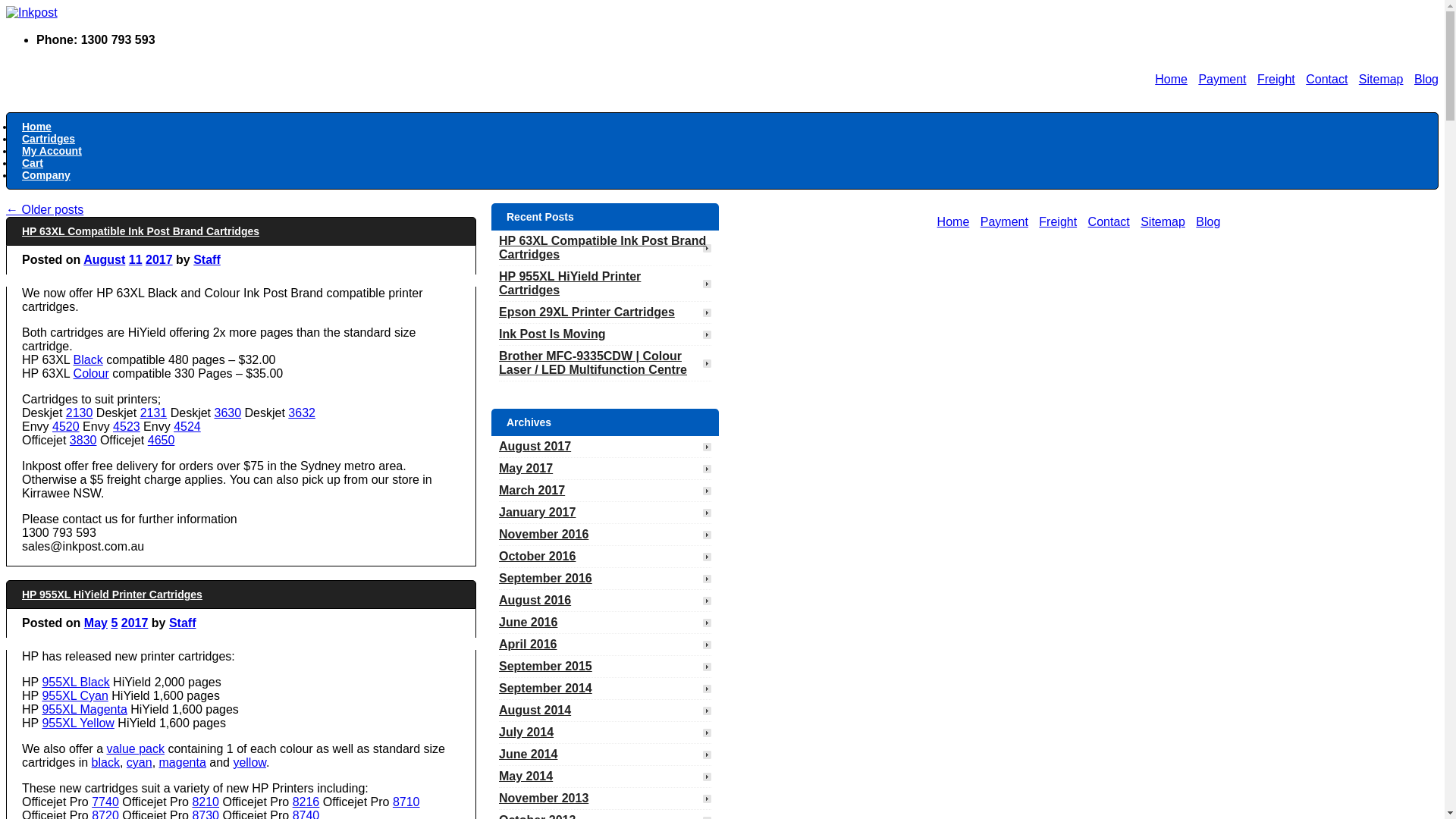 The height and width of the screenshot is (819, 1456). Describe the element at coordinates (134, 623) in the screenshot. I see `'2017'` at that location.